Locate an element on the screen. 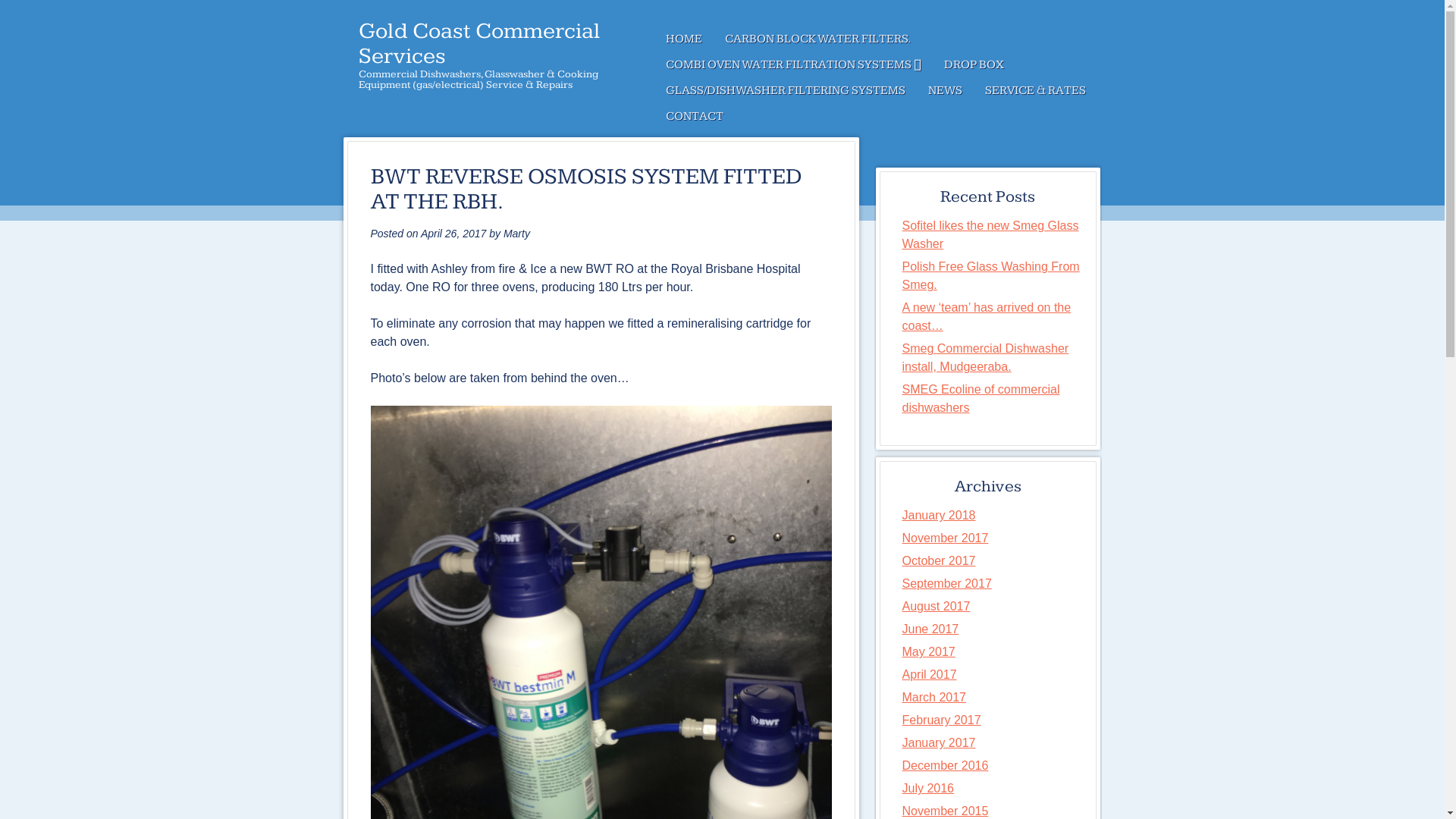 This screenshot has height=819, width=1456. 'SKIP TO CONTENT' is located at coordinates (654, 38).